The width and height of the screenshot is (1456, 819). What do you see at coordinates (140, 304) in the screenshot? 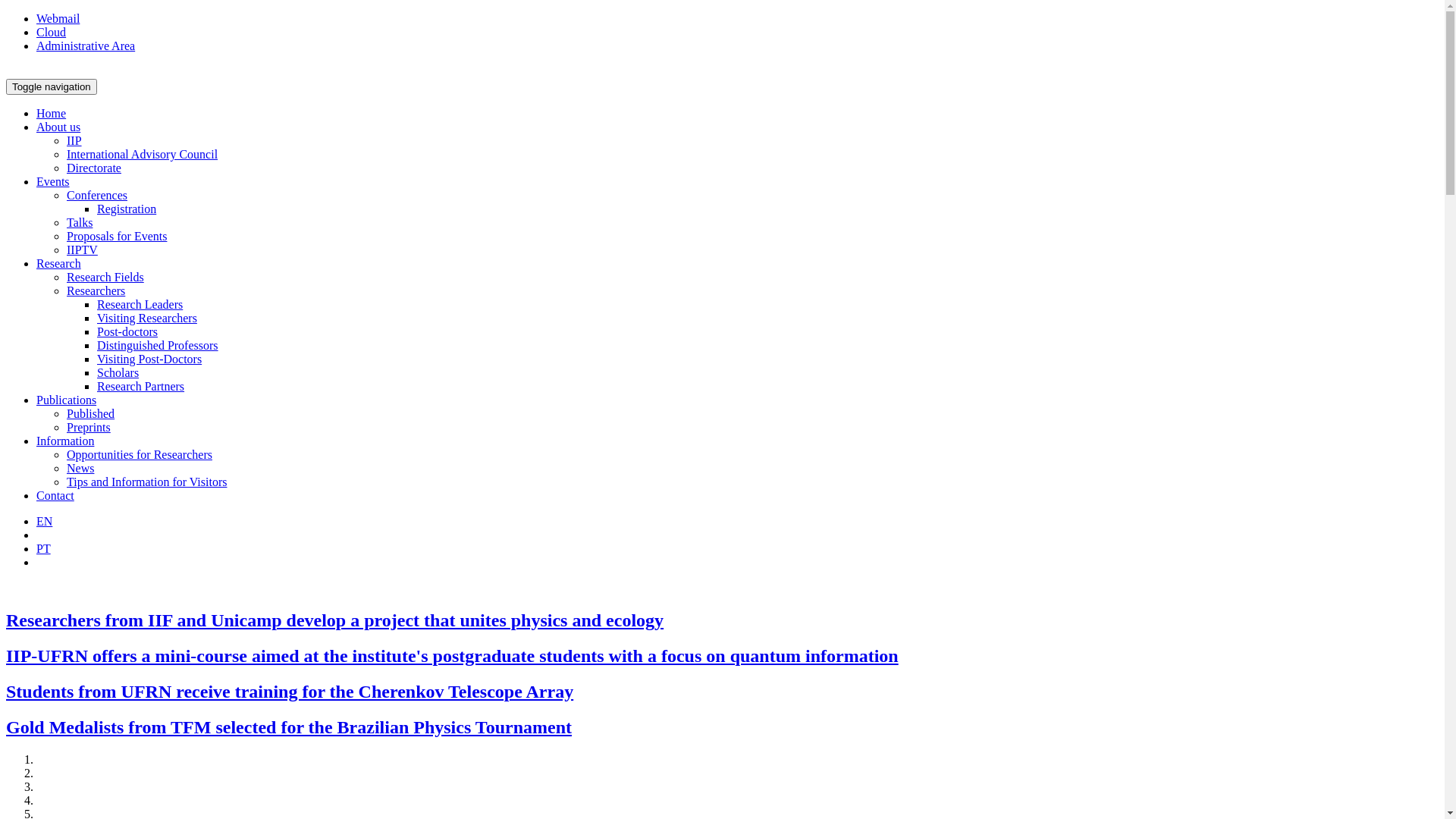
I see `'Research Leaders'` at bounding box center [140, 304].